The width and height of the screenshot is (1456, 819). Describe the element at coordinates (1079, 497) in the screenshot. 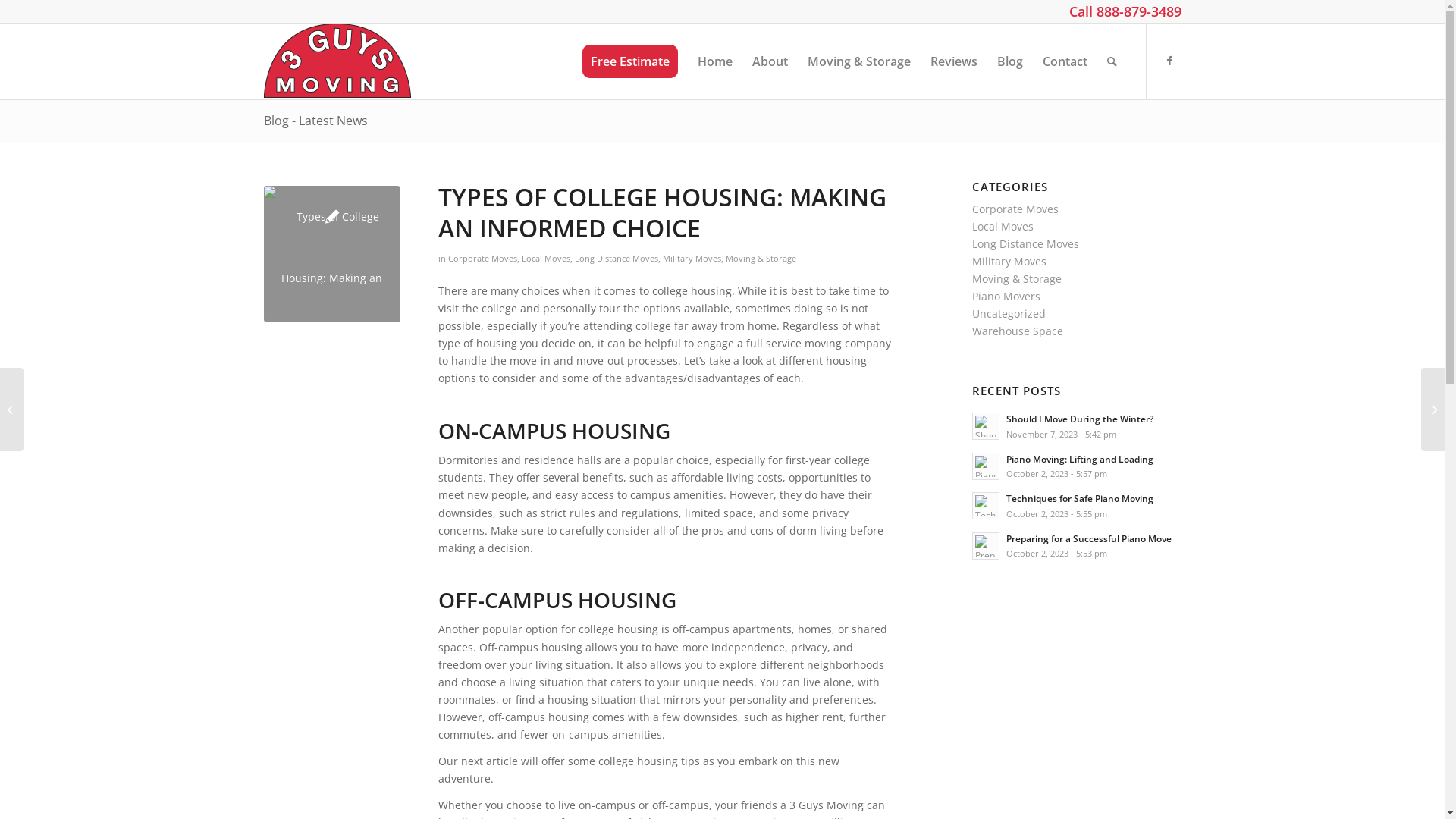

I see `'Techniques for Safe Piano Moving'` at that location.